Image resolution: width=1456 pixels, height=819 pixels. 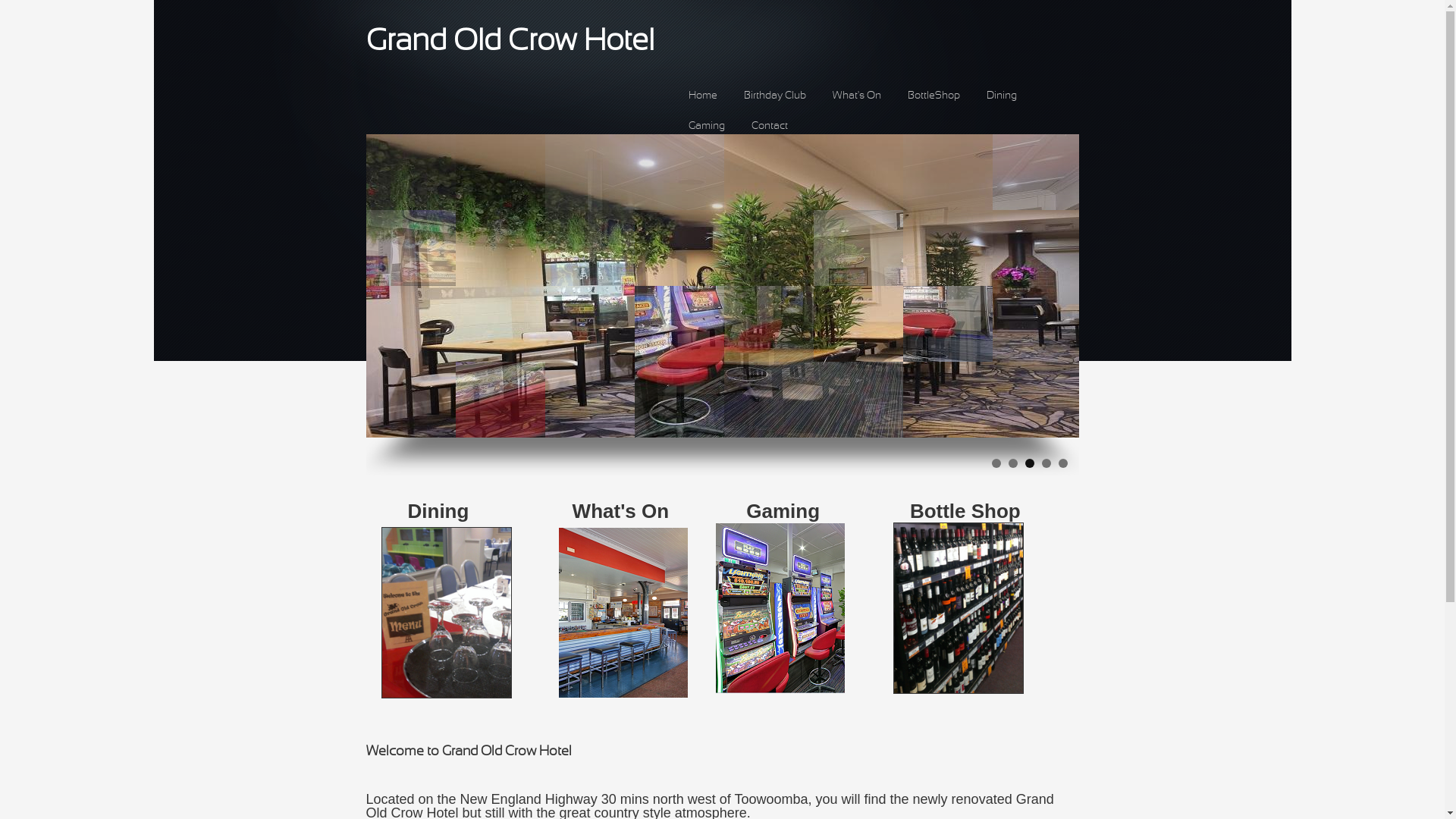 I want to click on '   ', so click(x=514, y=695).